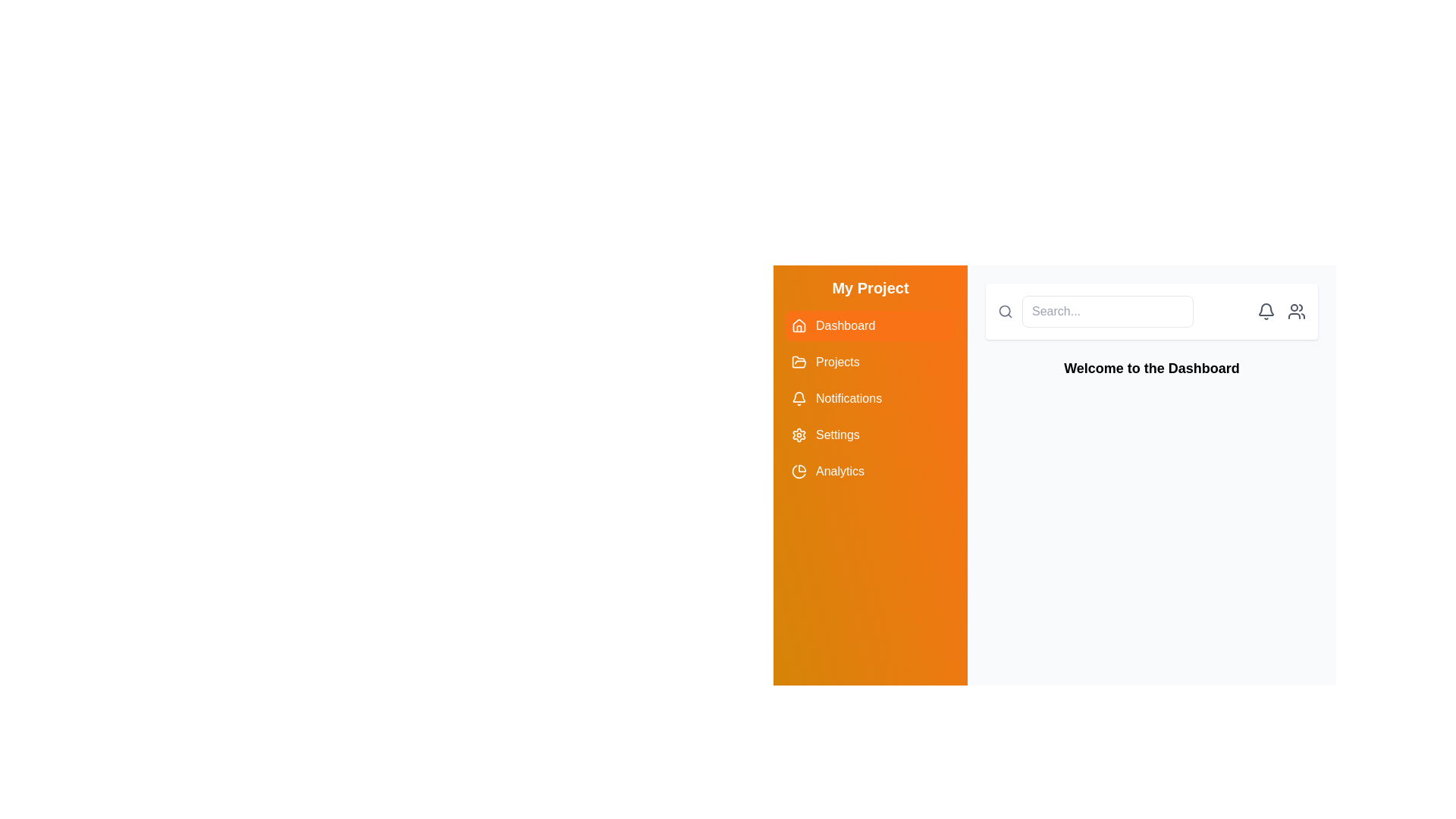 The image size is (1456, 819). What do you see at coordinates (1005, 311) in the screenshot?
I see `the gray magnifying glass icon to focus the adjacent search field` at bounding box center [1005, 311].